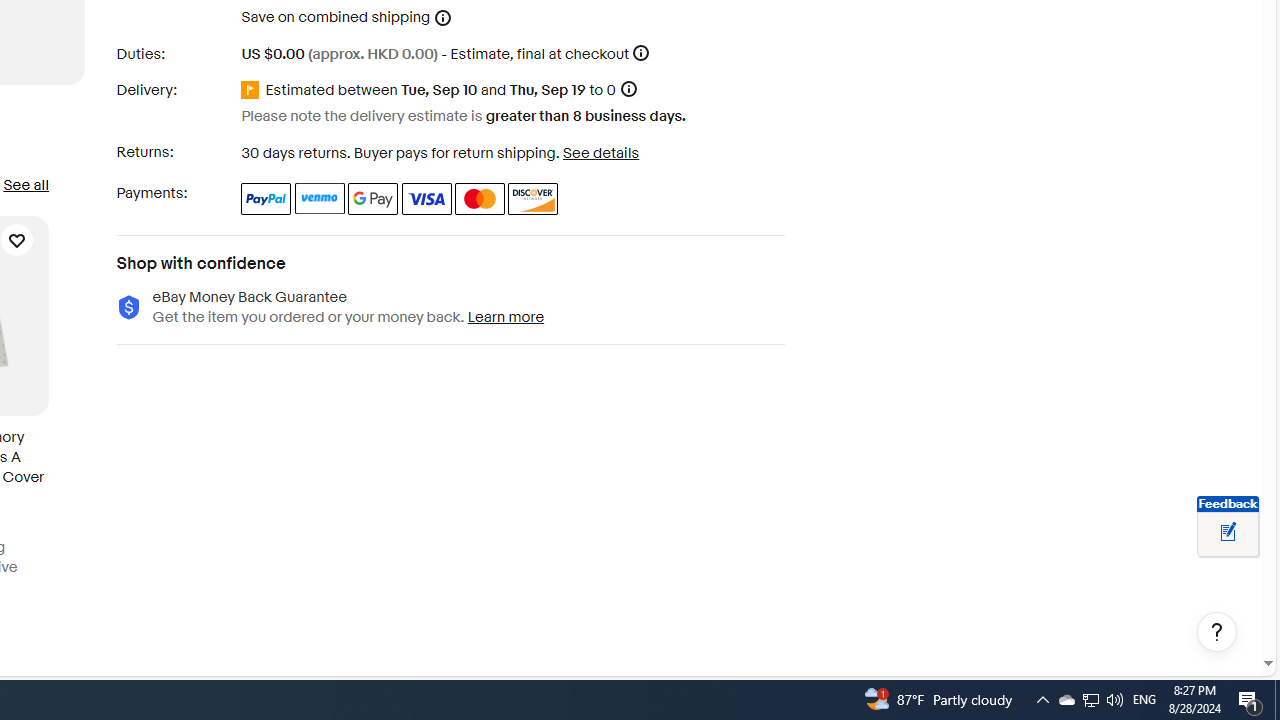 The height and width of the screenshot is (720, 1280). I want to click on 'Discover', so click(533, 198).